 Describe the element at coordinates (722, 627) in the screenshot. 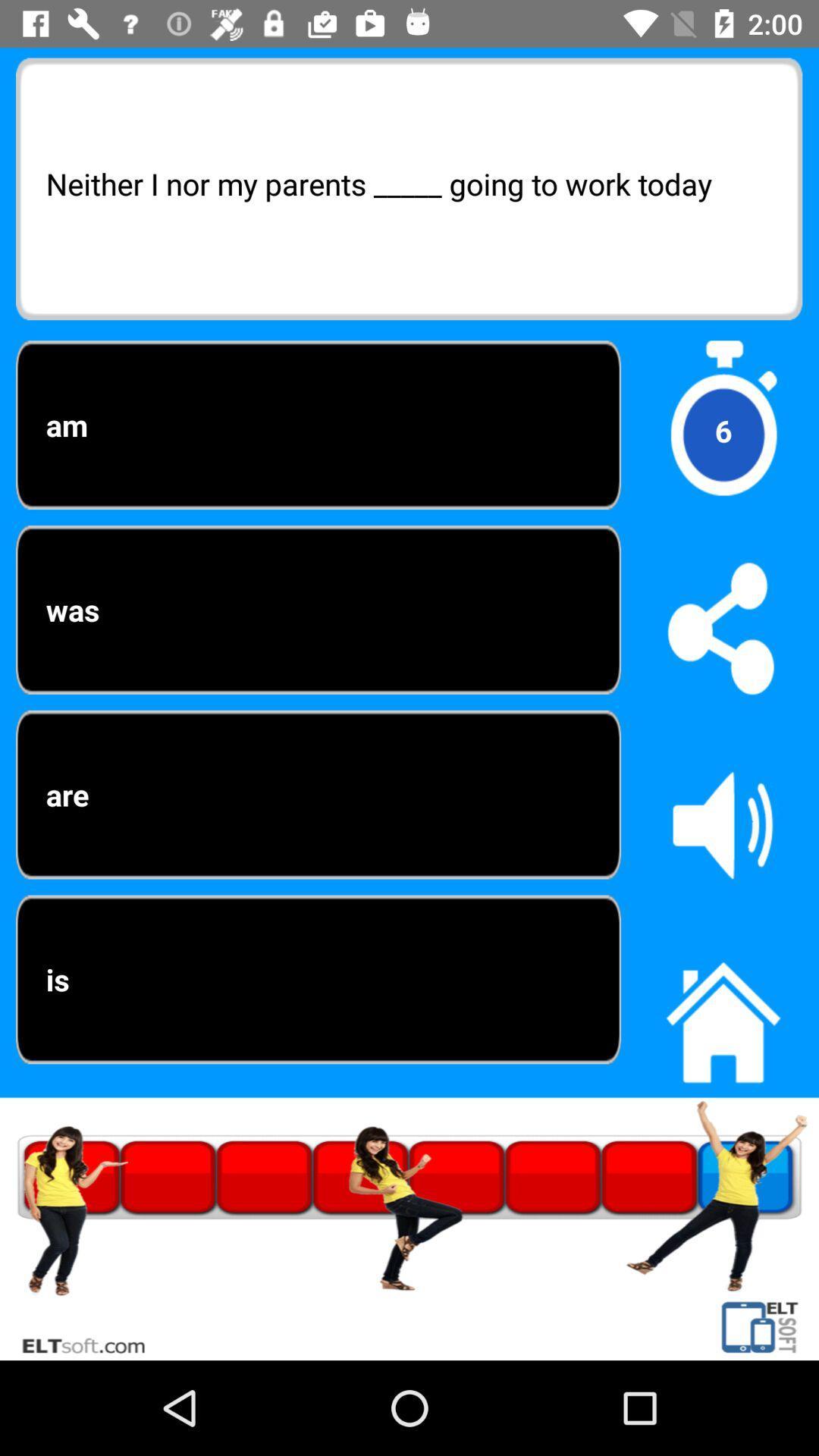

I see `share the activity` at that location.